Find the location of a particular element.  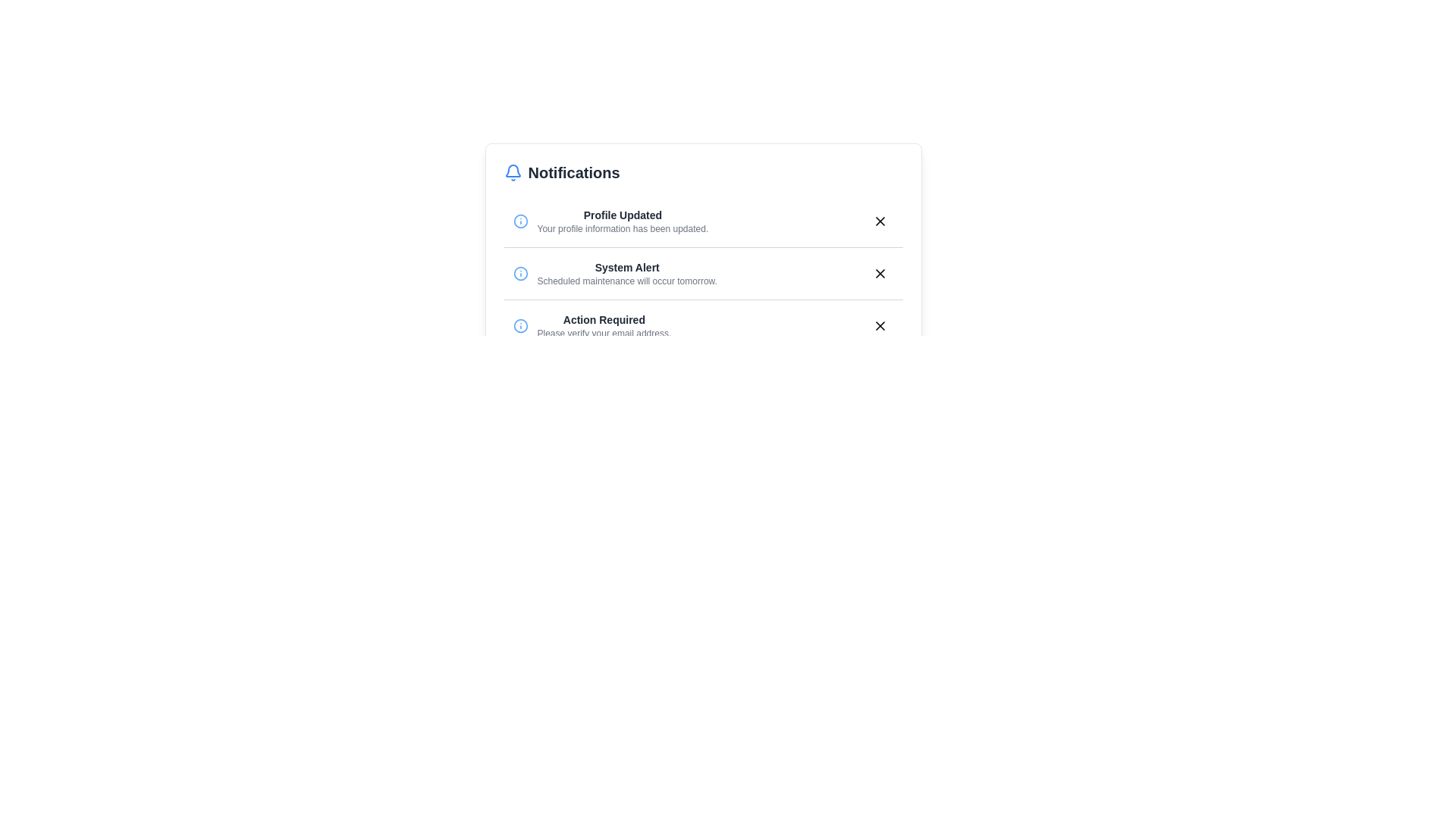

notification details from the text group informing about a scheduled system maintenance event, which is the second entry in the list of alerts is located at coordinates (627, 274).